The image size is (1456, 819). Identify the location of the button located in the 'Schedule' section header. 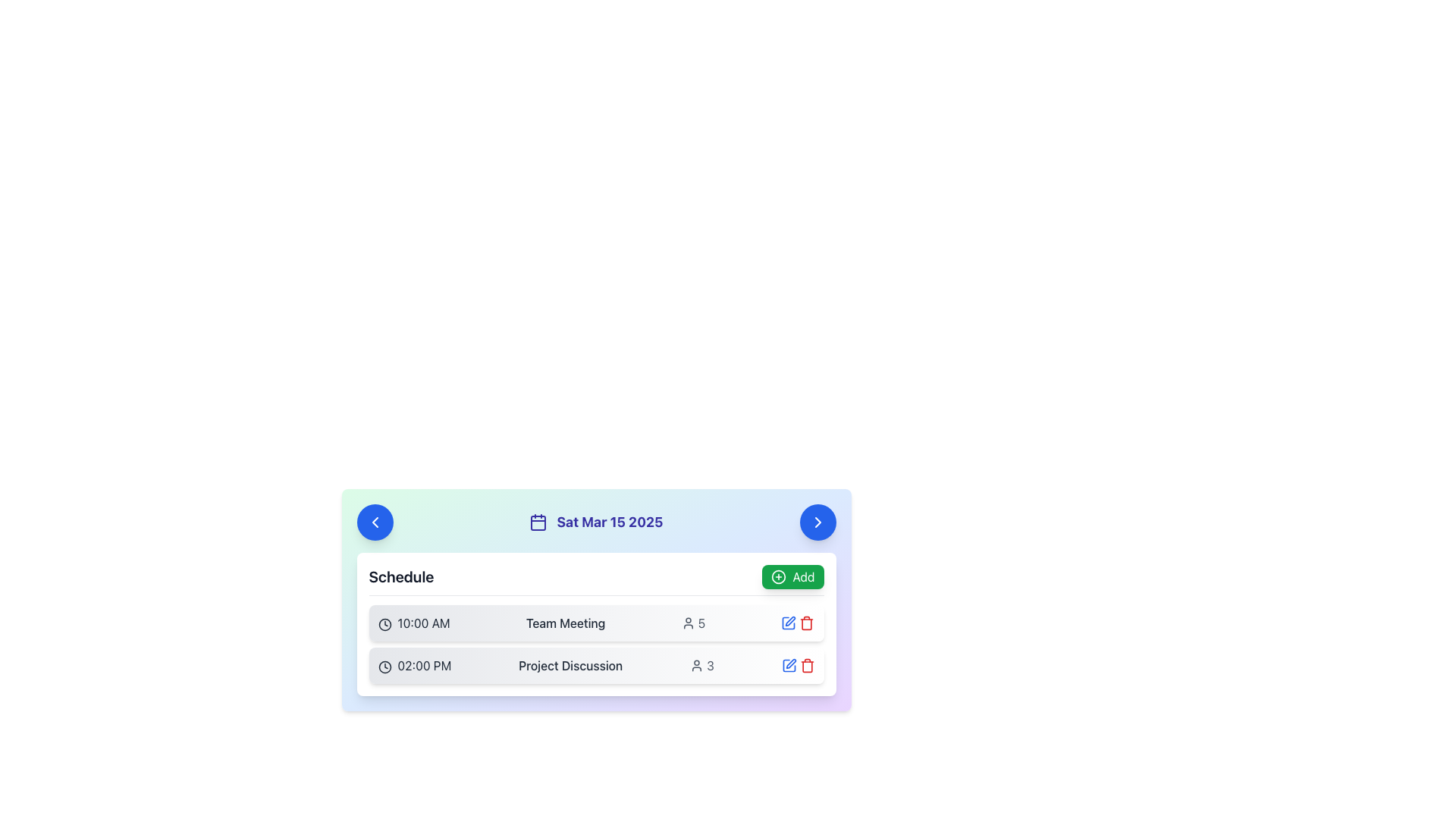
(792, 576).